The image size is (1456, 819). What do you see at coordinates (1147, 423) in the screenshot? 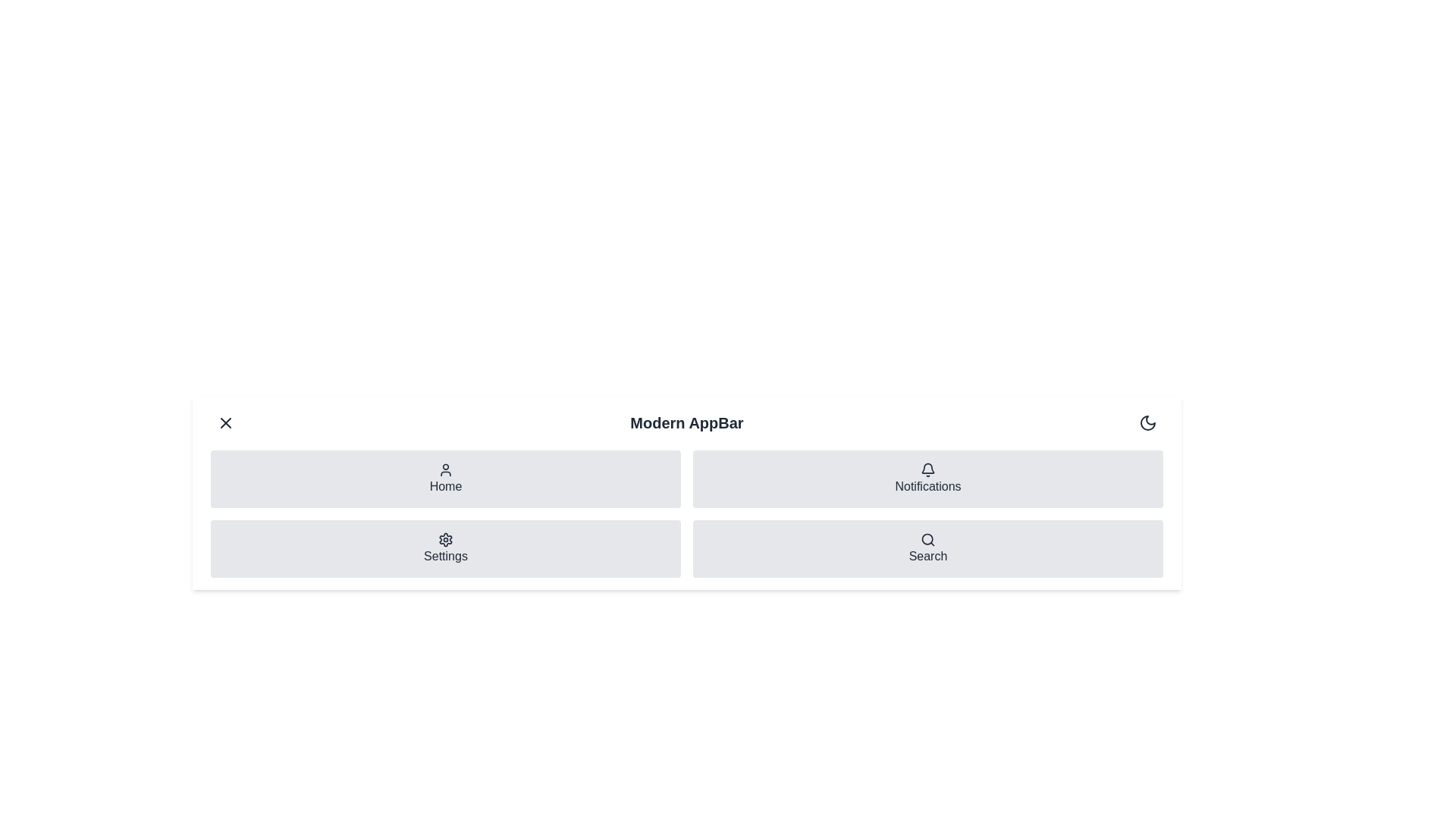
I see `the toggle button in the top-right corner of the app bar to switch between dark and light mode` at bounding box center [1147, 423].